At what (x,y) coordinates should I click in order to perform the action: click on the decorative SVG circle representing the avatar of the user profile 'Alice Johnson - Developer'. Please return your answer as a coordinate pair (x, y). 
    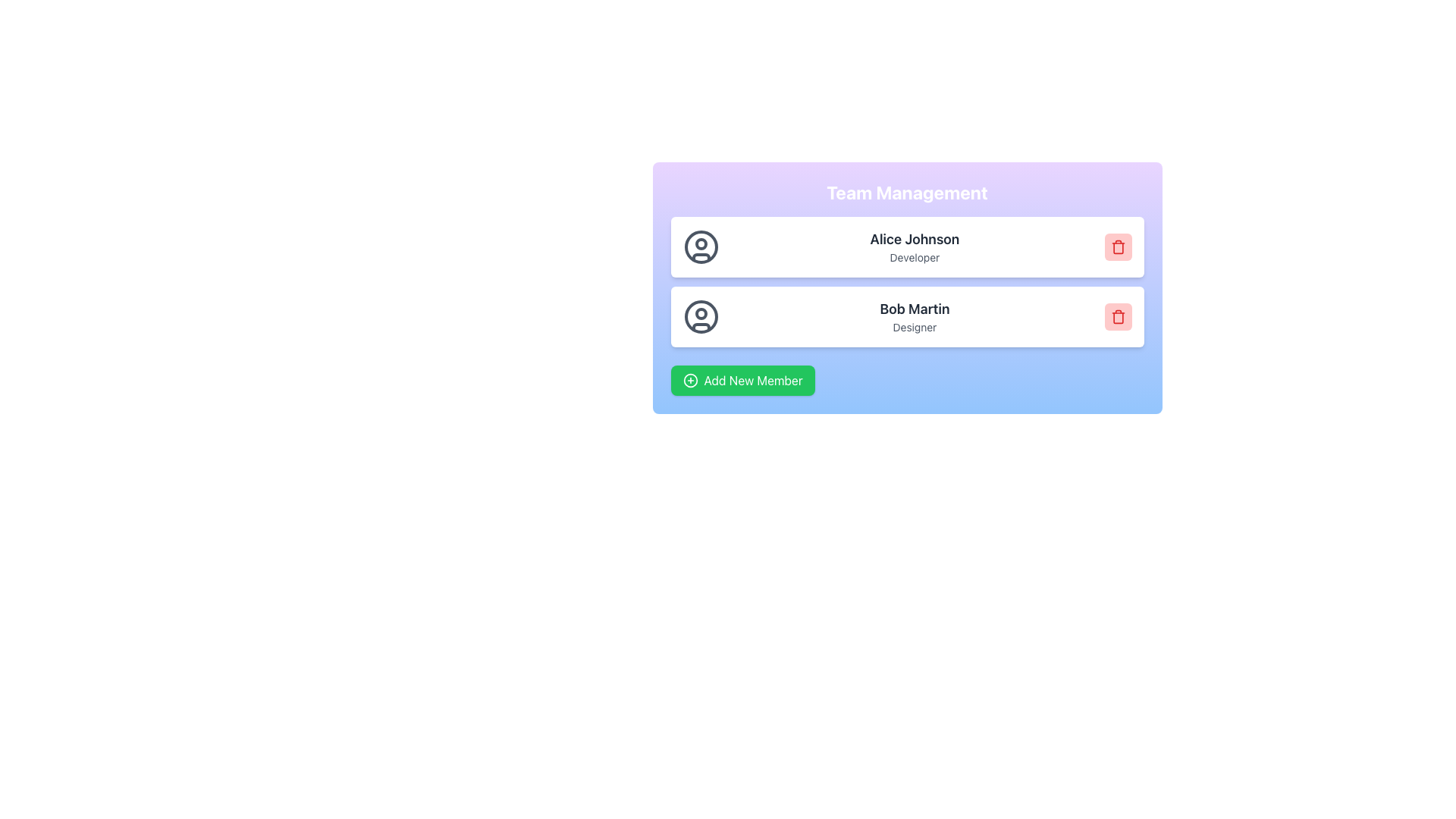
    Looking at the image, I should click on (700, 246).